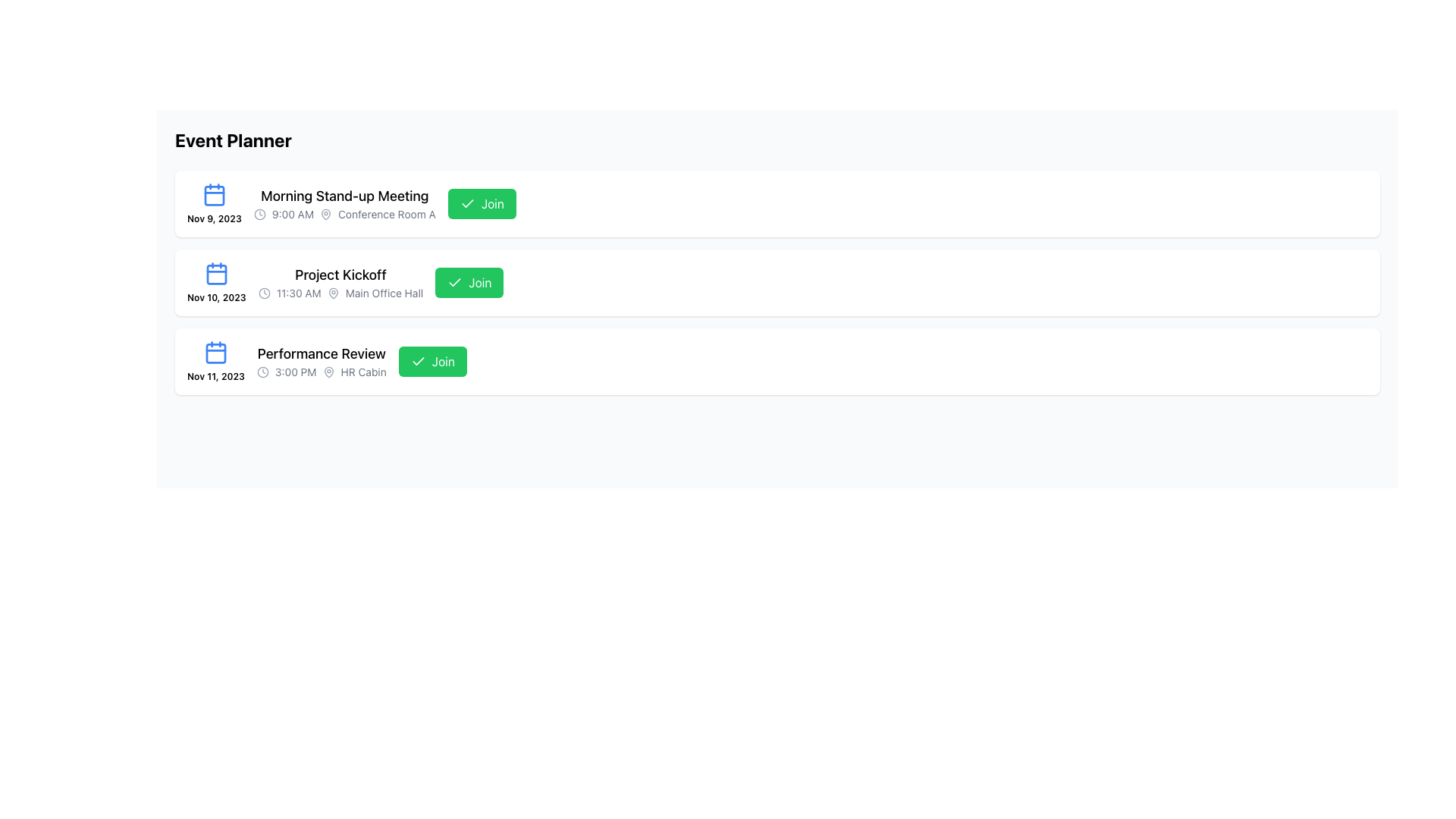 Image resolution: width=1456 pixels, height=819 pixels. Describe the element at coordinates (344, 203) in the screenshot. I see `the first event` at that location.